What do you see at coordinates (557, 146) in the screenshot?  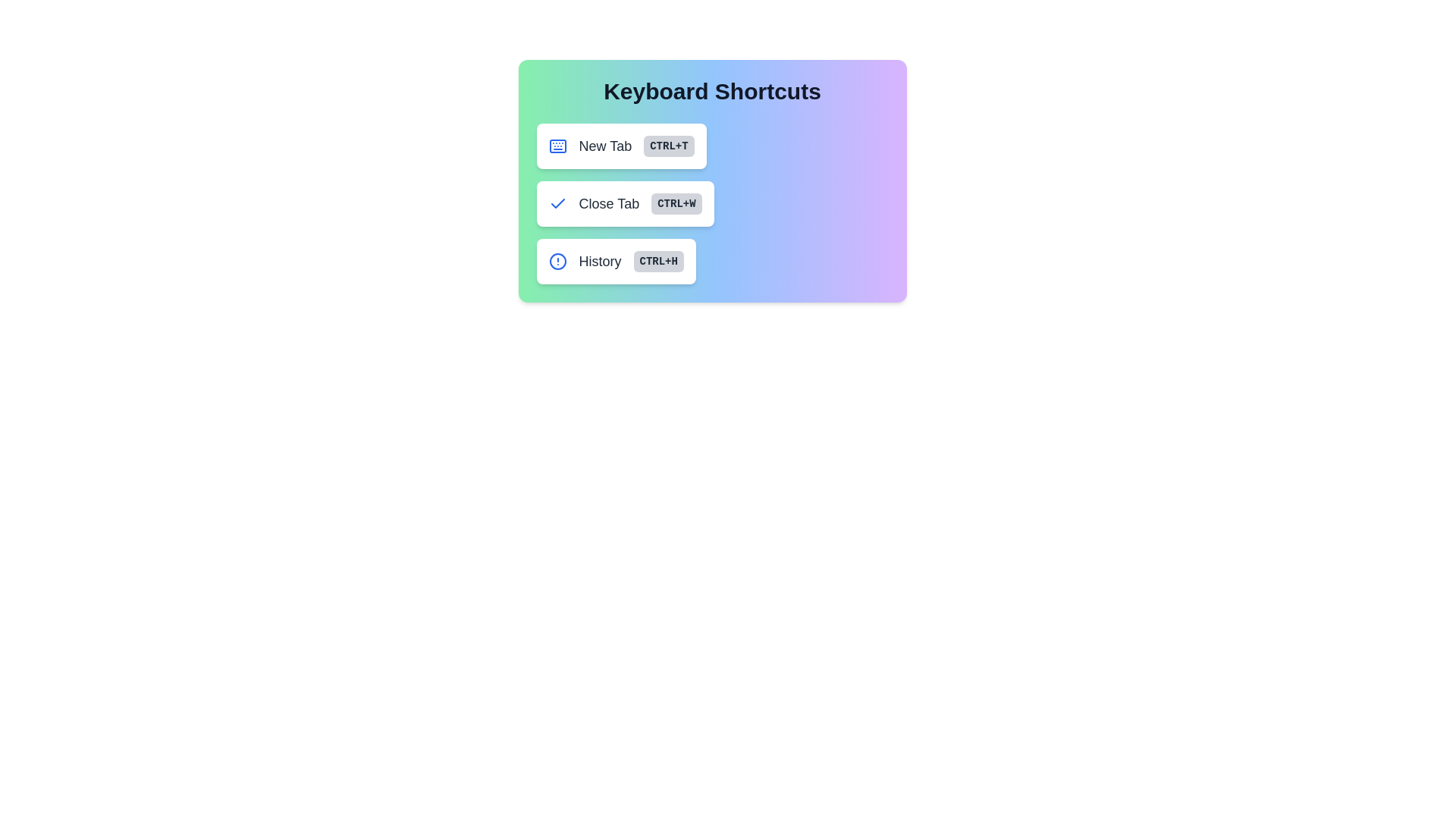 I see `the central key represented by the graphical component in the keyboard SVG icon` at bounding box center [557, 146].